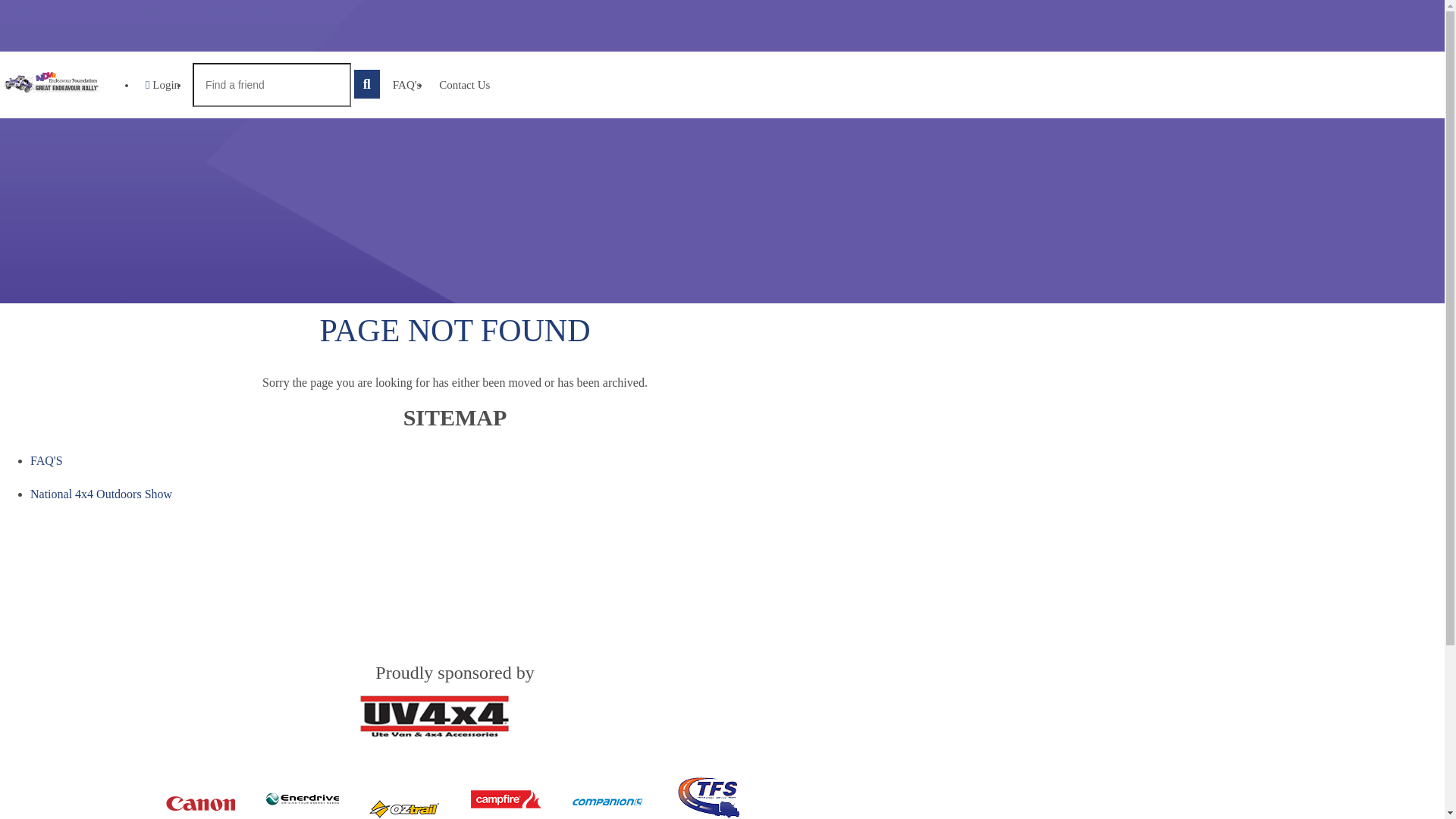 This screenshot has height=819, width=1456. Describe the element at coordinates (100, 494) in the screenshot. I see `'National 4x4 Outdoors Show'` at that location.